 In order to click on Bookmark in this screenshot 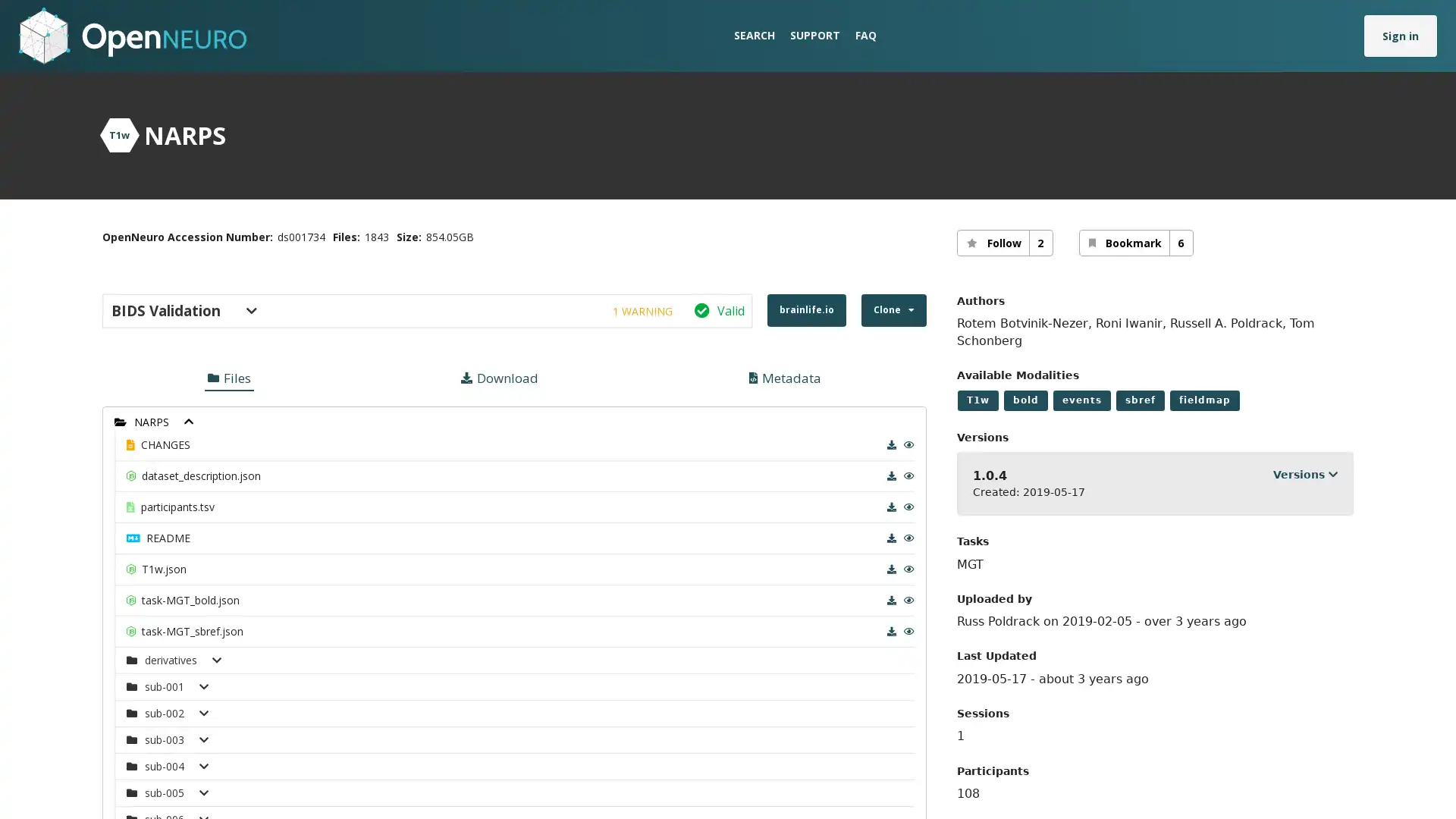, I will do `click(1135, 242)`.